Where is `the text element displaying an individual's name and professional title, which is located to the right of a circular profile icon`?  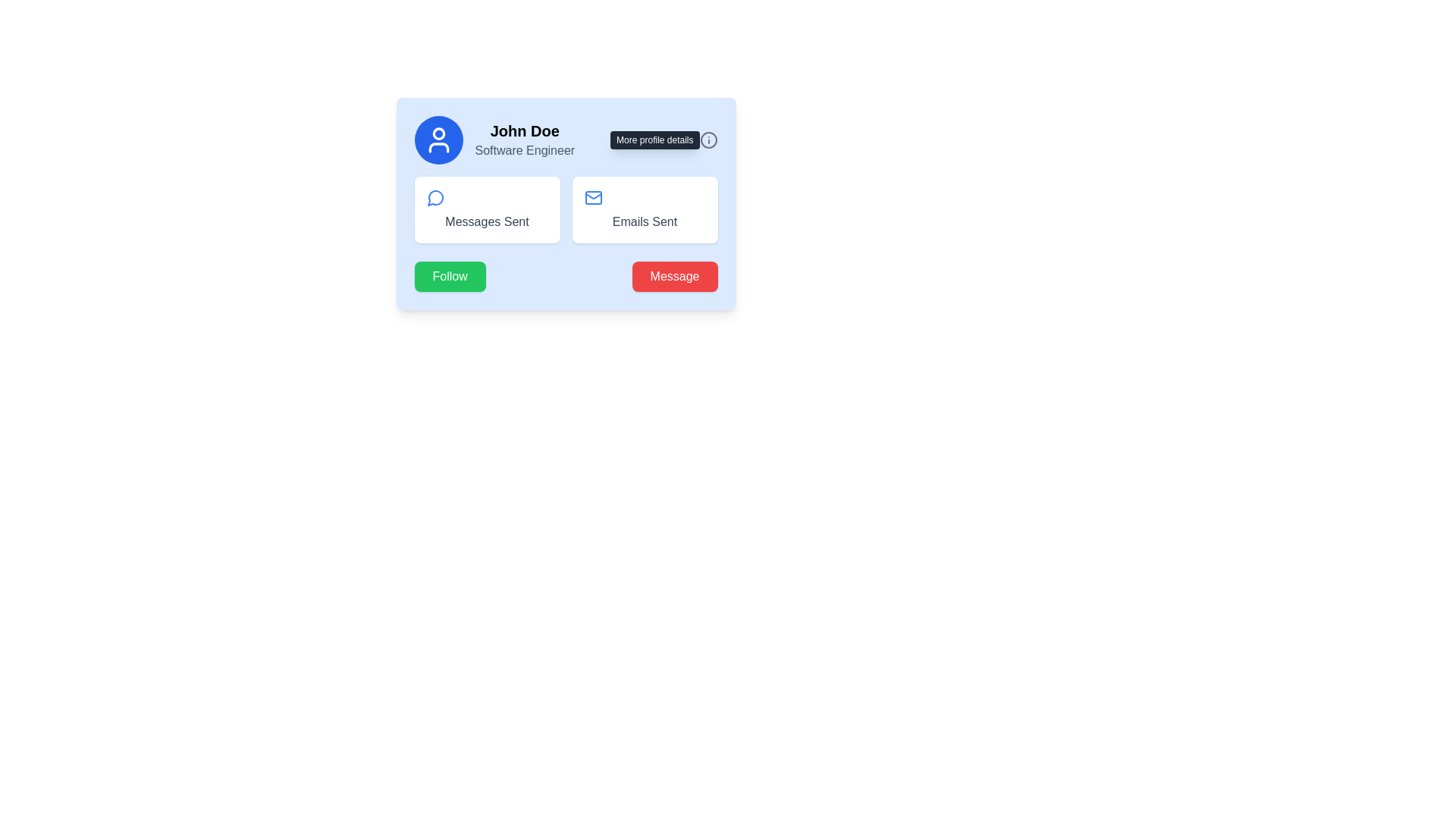
the text element displaying an individual's name and professional title, which is located to the right of a circular profile icon is located at coordinates (525, 140).